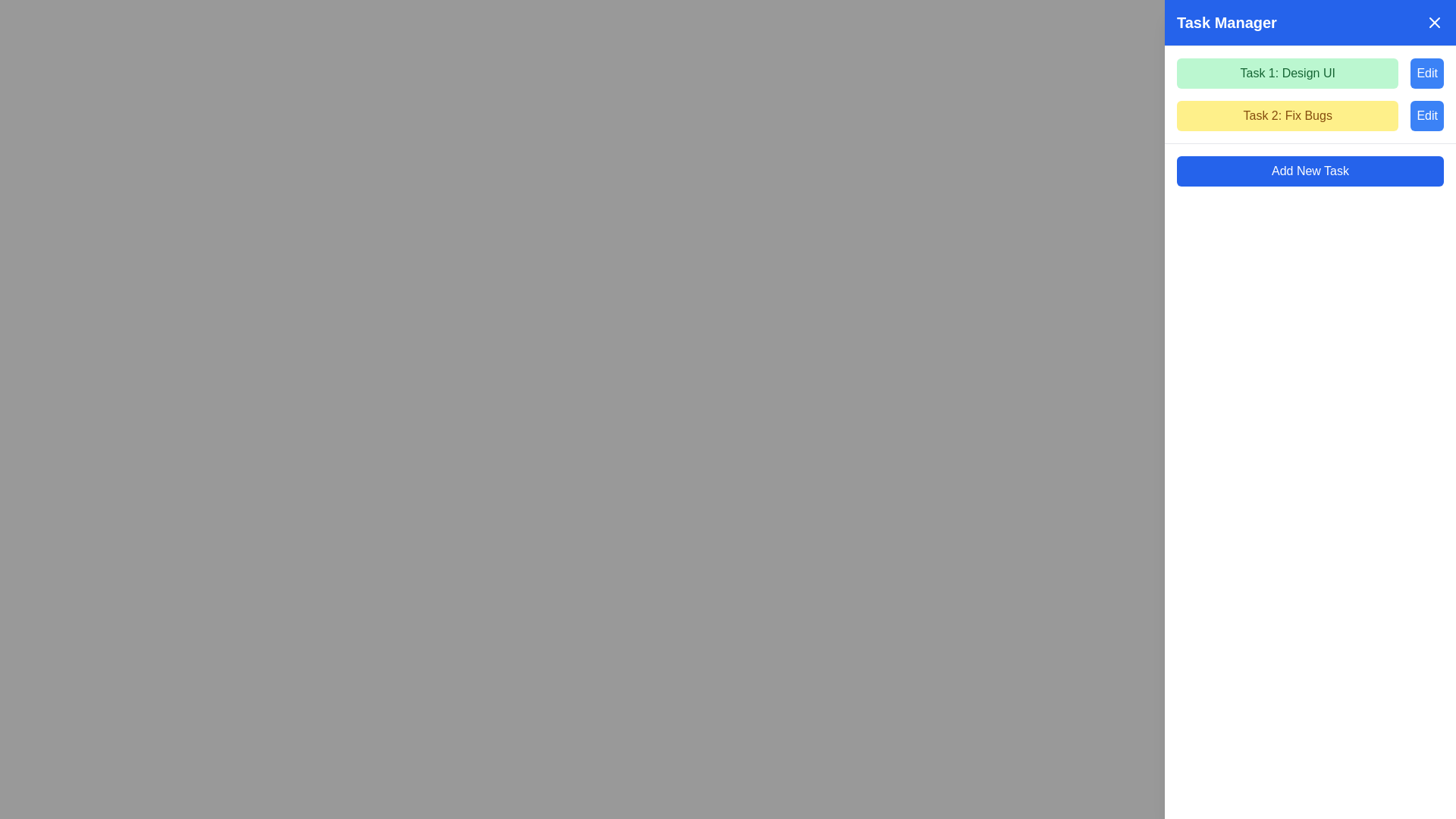 This screenshot has width=1456, height=819. What do you see at coordinates (1310, 171) in the screenshot?
I see `the 'Create New Task' button located in the bottom section of the 'Task Manager' panel` at bounding box center [1310, 171].